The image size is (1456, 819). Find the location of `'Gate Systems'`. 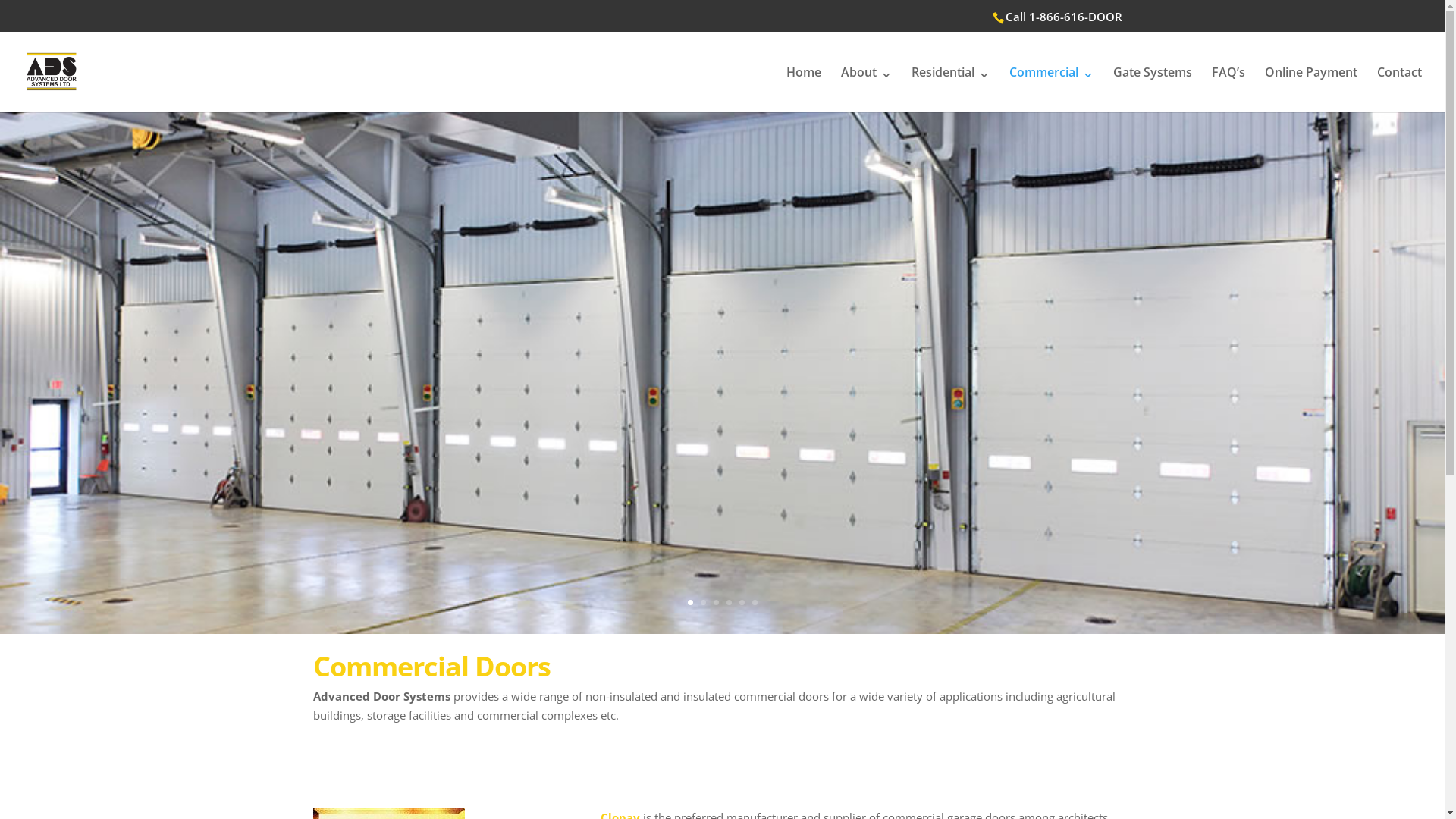

'Gate Systems' is located at coordinates (1153, 89).